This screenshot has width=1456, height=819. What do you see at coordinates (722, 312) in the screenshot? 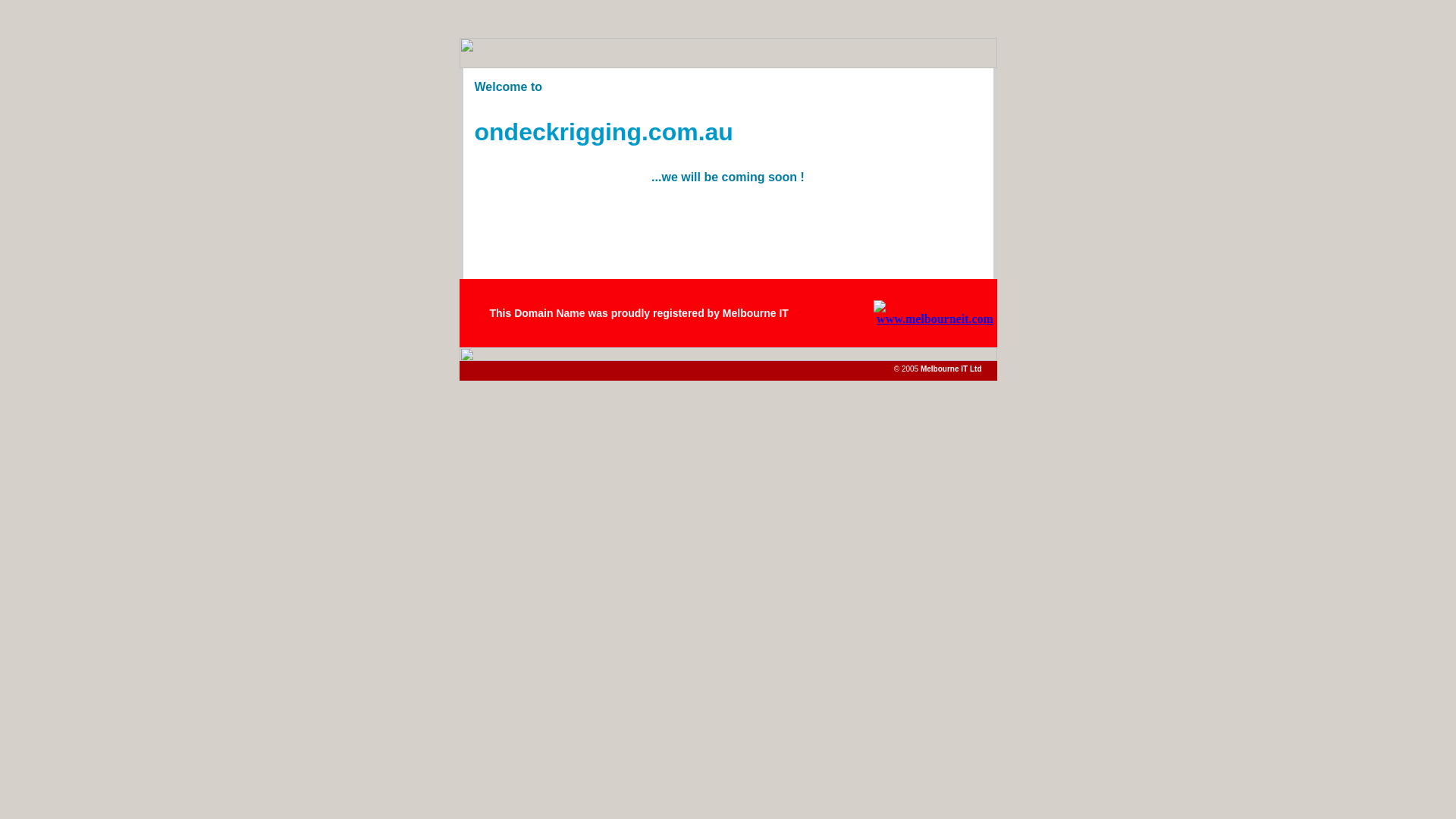
I see `'Melbourne IT'` at bounding box center [722, 312].